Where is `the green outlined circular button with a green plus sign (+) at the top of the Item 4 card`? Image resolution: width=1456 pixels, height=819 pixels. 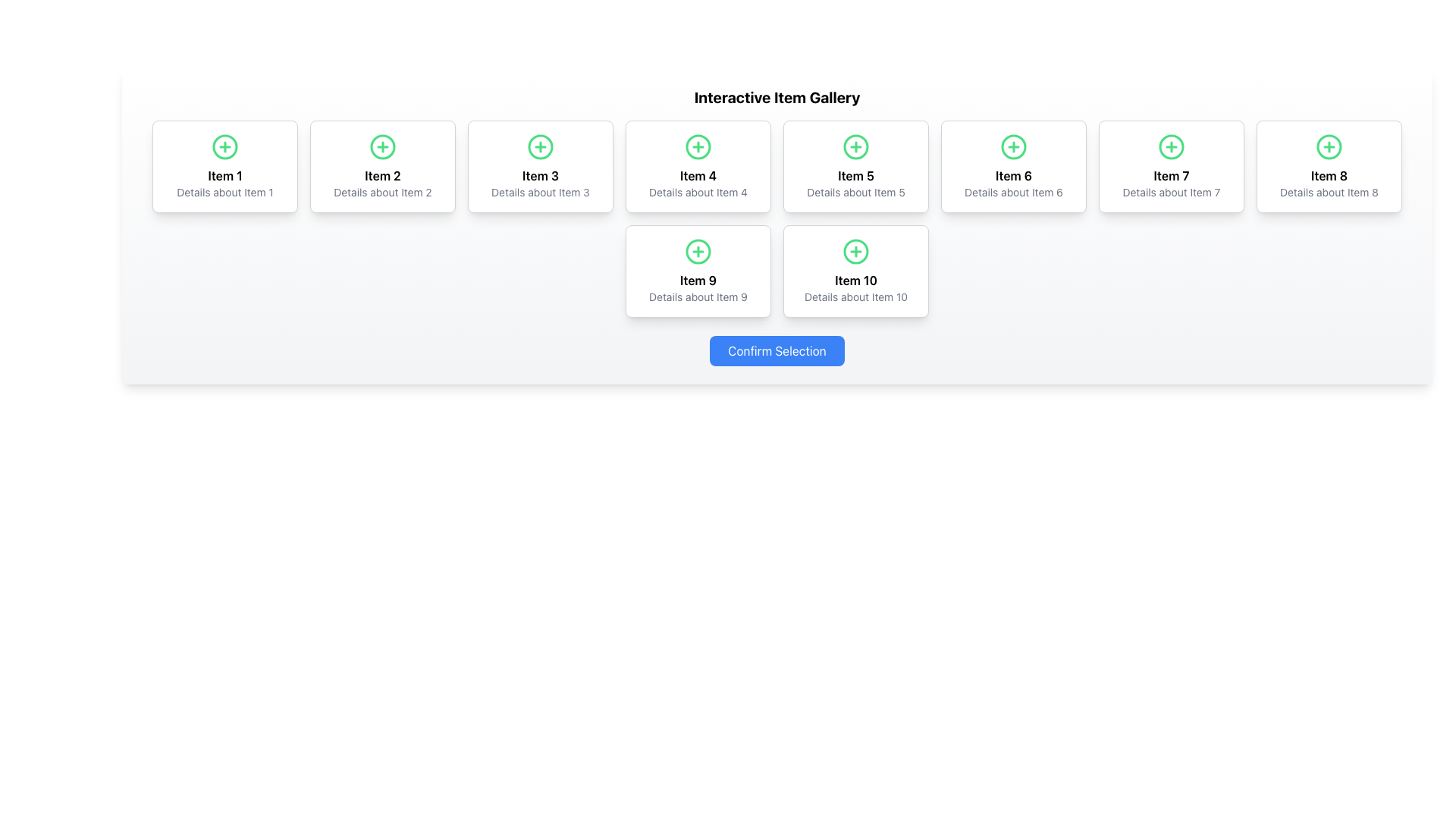 the green outlined circular button with a green plus sign (+) at the top of the Item 4 card is located at coordinates (698, 146).